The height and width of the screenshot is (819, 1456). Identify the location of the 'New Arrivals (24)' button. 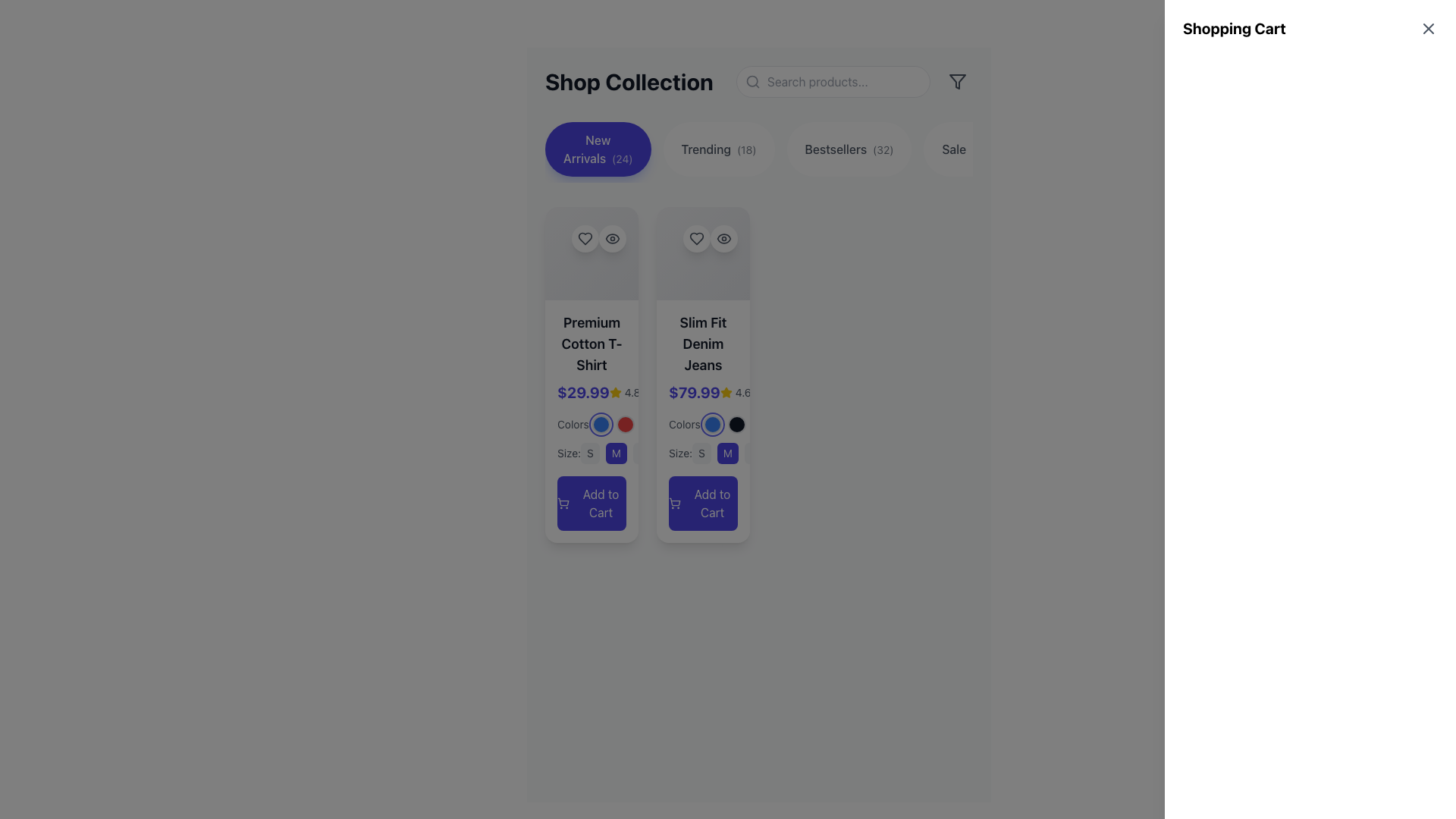
(597, 149).